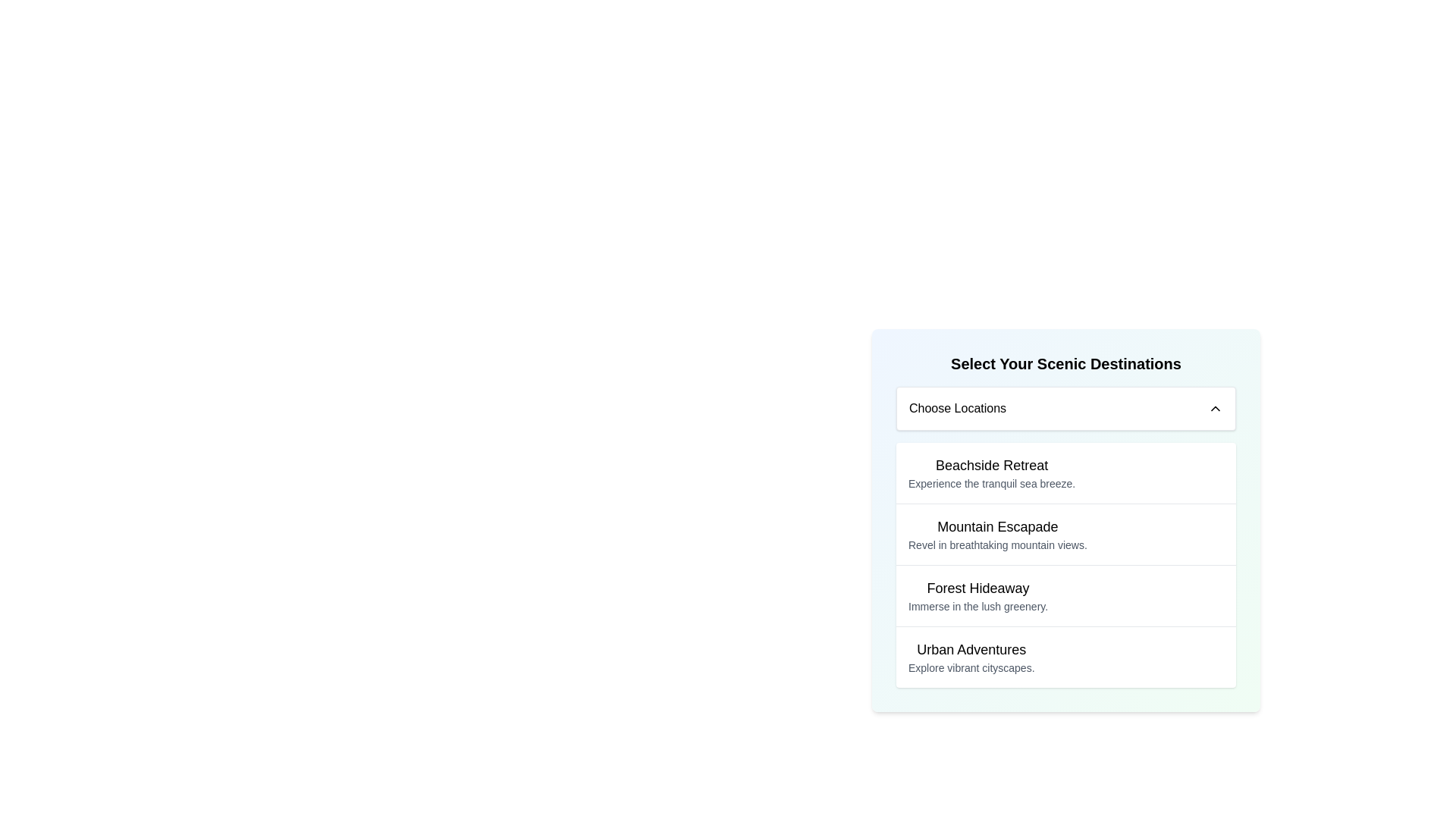 The height and width of the screenshot is (819, 1456). I want to click on the first selectable list item displaying 'Beachside Retreat' with the subtitle 'Experience the tranquil sea breeze', so click(1065, 472).